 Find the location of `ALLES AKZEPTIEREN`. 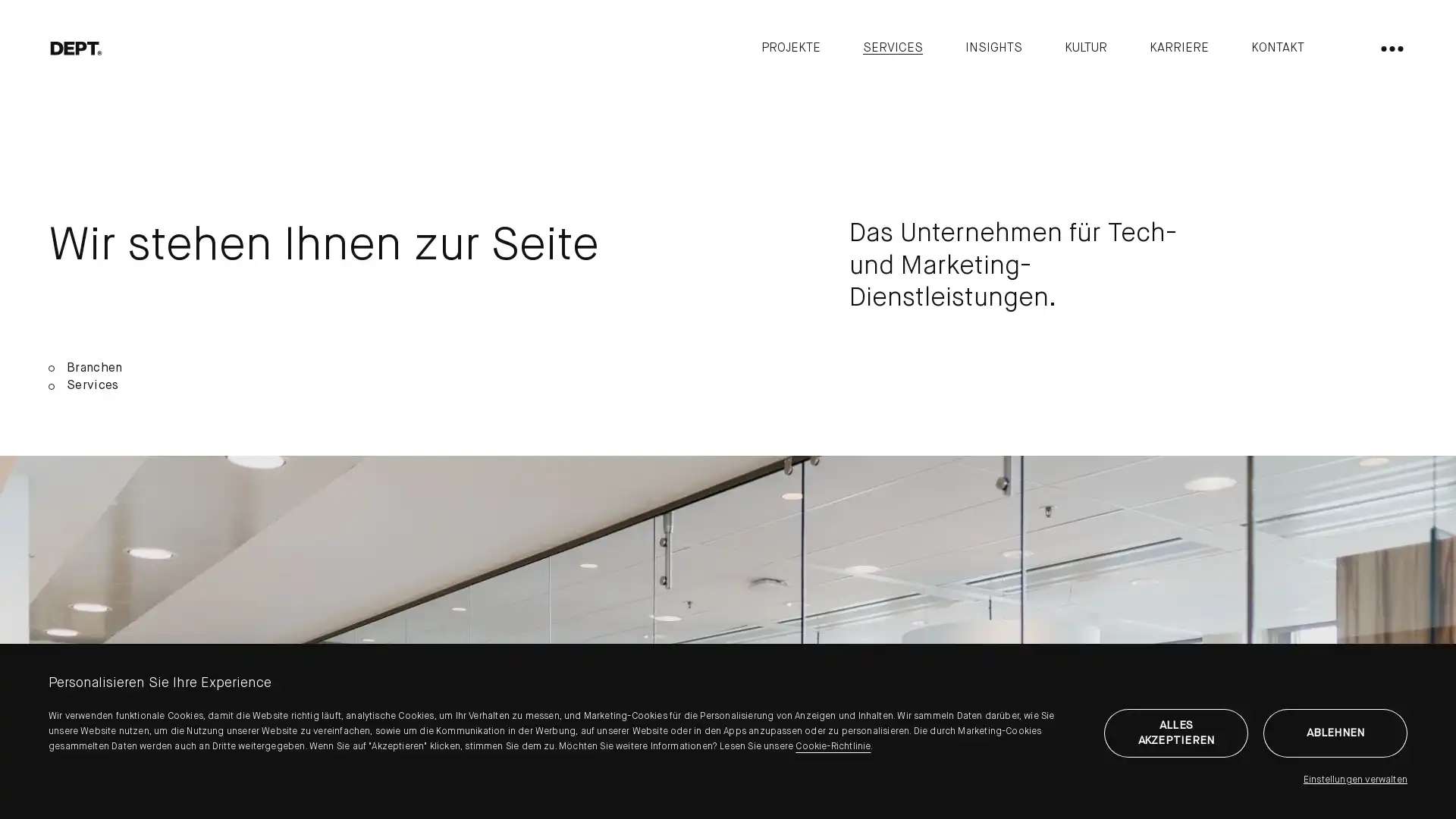

ALLES AKZEPTIEREN is located at coordinates (1175, 733).